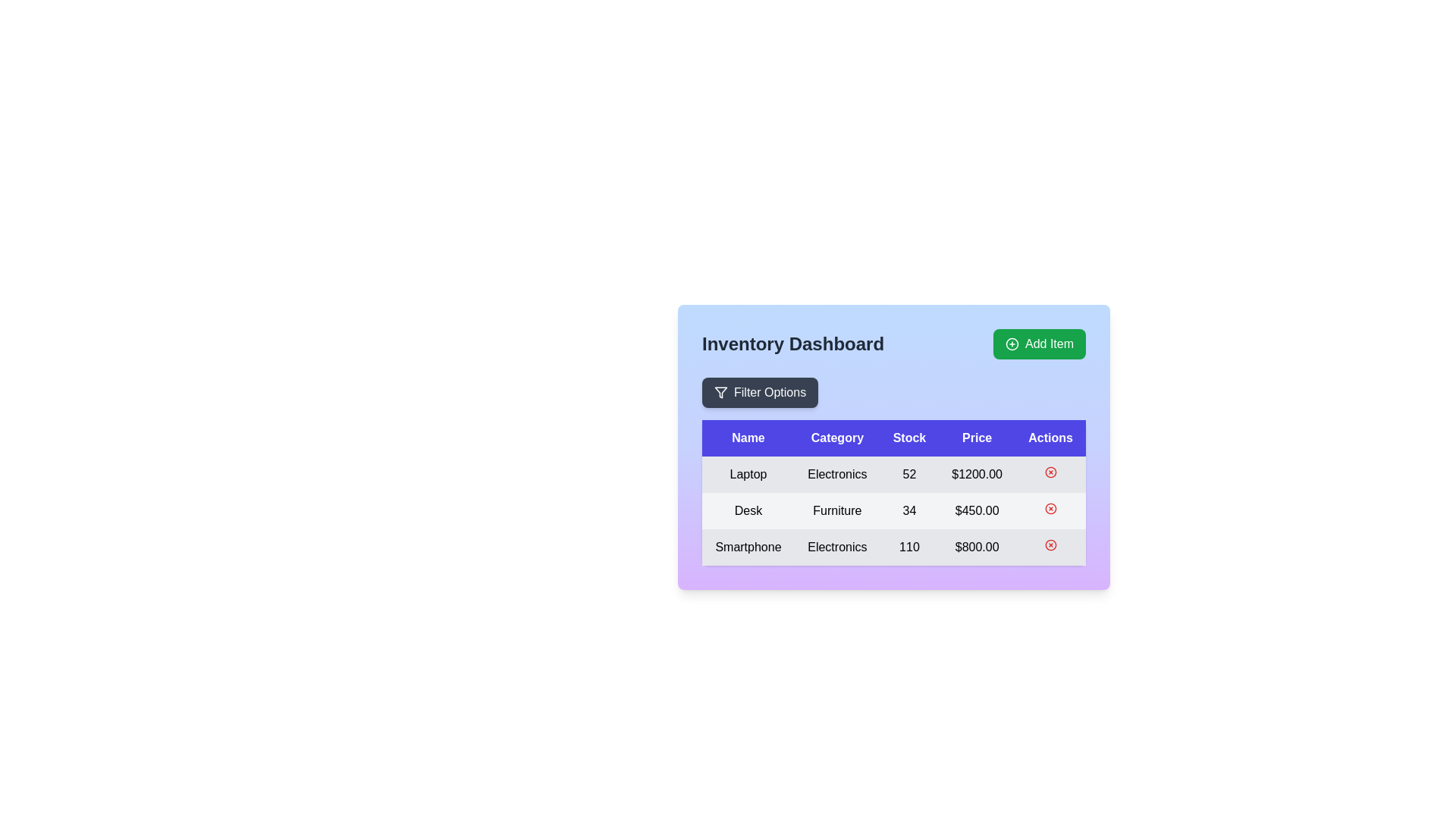 The width and height of the screenshot is (1456, 819). Describe the element at coordinates (1050, 547) in the screenshot. I see `the circular red delete button with a white bug-like symbol located in the last cell of the last row under the 'Actions' column for the item 'Smartphone'` at that location.